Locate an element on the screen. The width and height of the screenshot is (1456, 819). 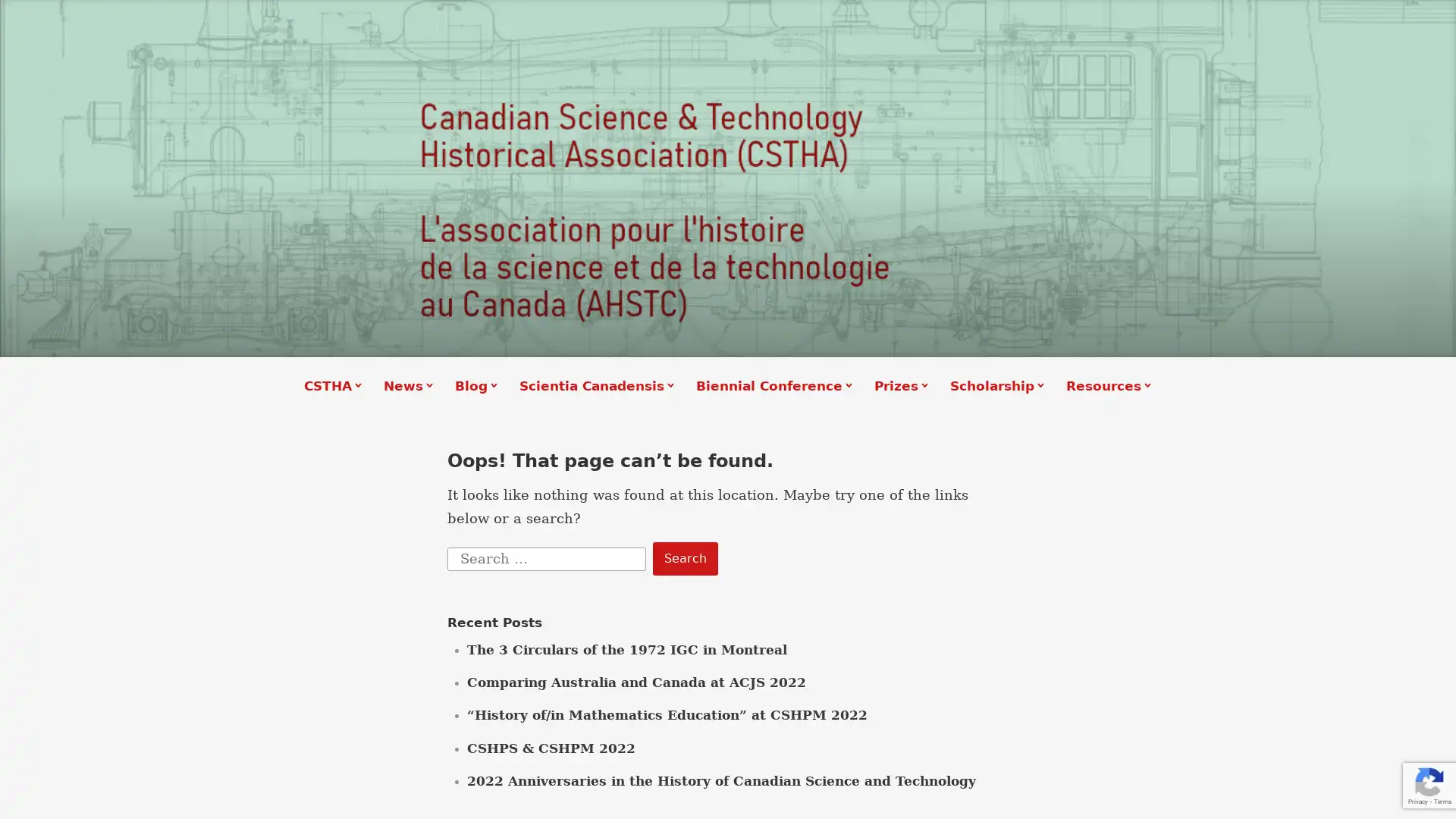
Search is located at coordinates (684, 558).